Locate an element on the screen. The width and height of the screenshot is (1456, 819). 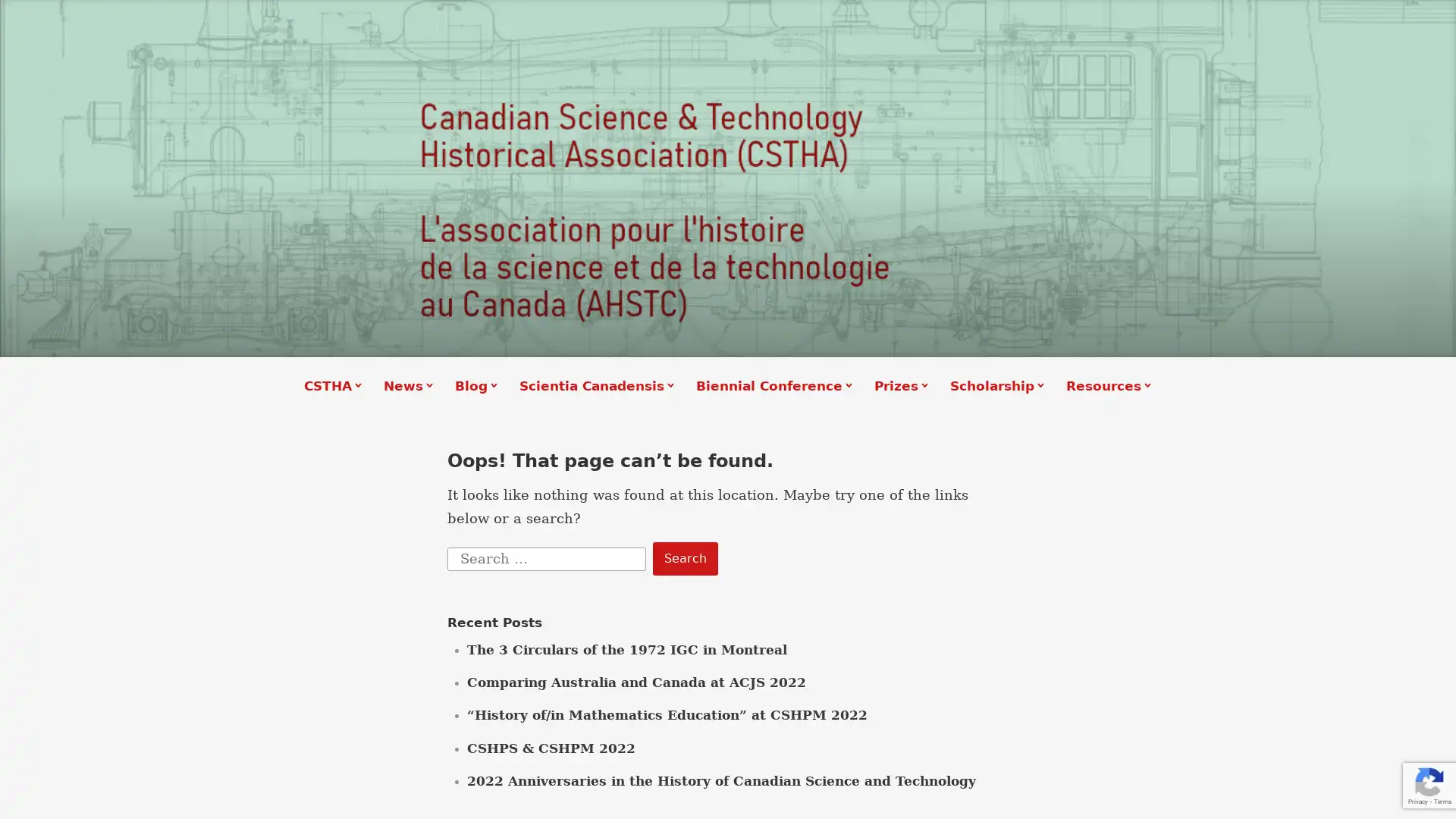
Search is located at coordinates (684, 558).